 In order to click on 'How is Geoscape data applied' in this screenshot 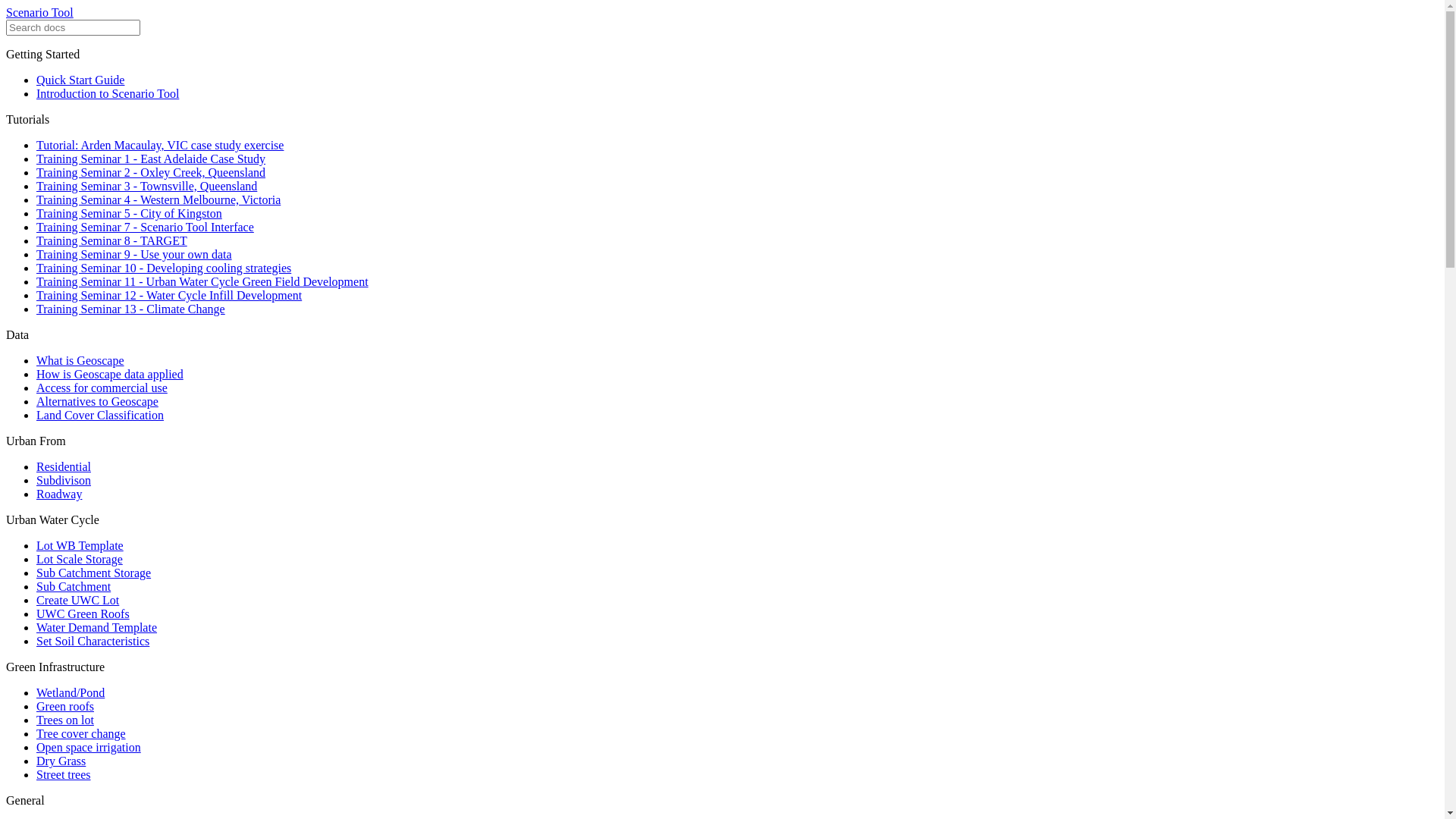, I will do `click(108, 374)`.